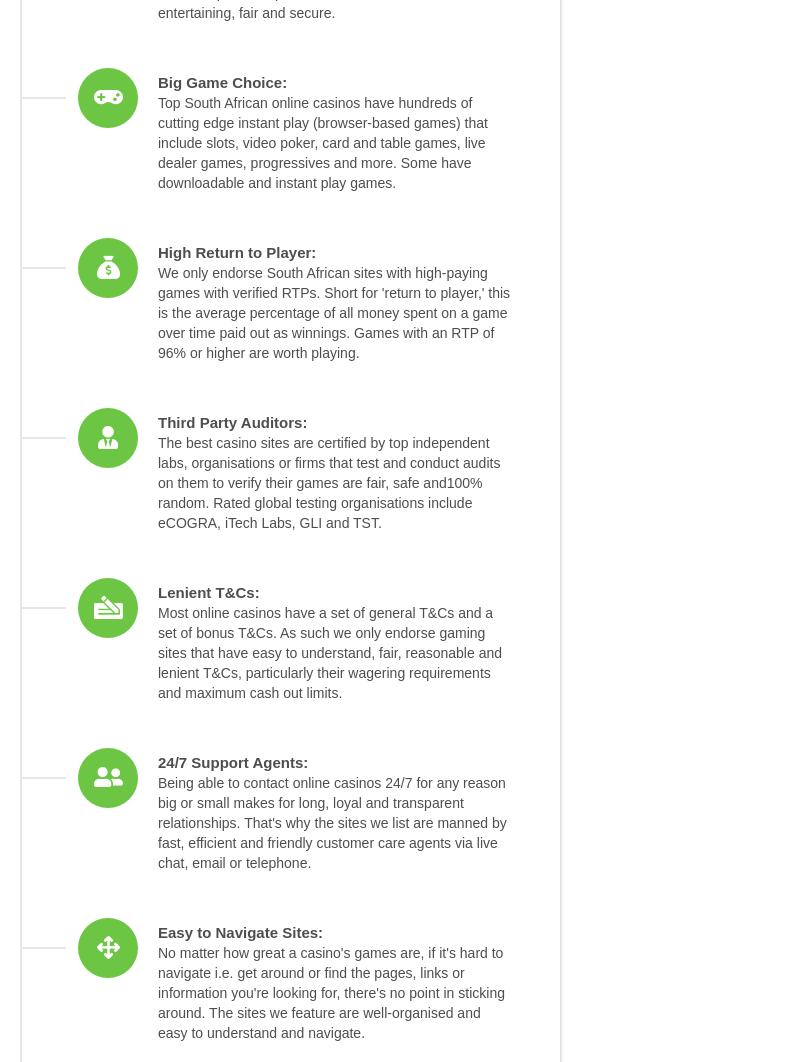 The height and width of the screenshot is (1062, 800). Describe the element at coordinates (321, 143) in the screenshot. I see `'Top South African online casinos have hundreds of cutting edge instant play (browser-based games) that include slots, video poker, card and table games, live dealer games, progressives and more. Some have downloadable and instant play games.'` at that location.